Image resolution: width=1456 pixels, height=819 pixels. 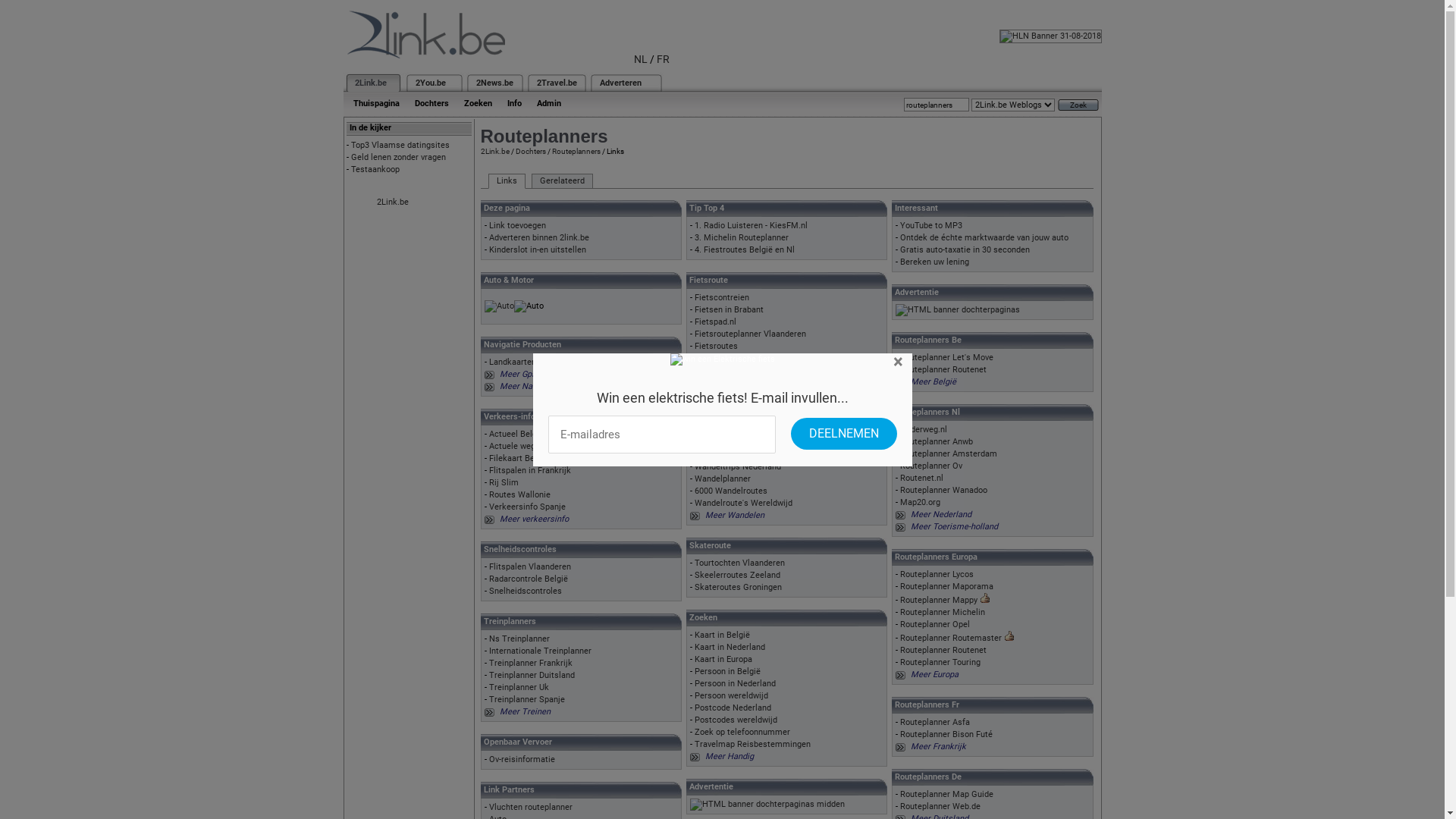 I want to click on 'Meer Wandelen', so click(x=704, y=514).